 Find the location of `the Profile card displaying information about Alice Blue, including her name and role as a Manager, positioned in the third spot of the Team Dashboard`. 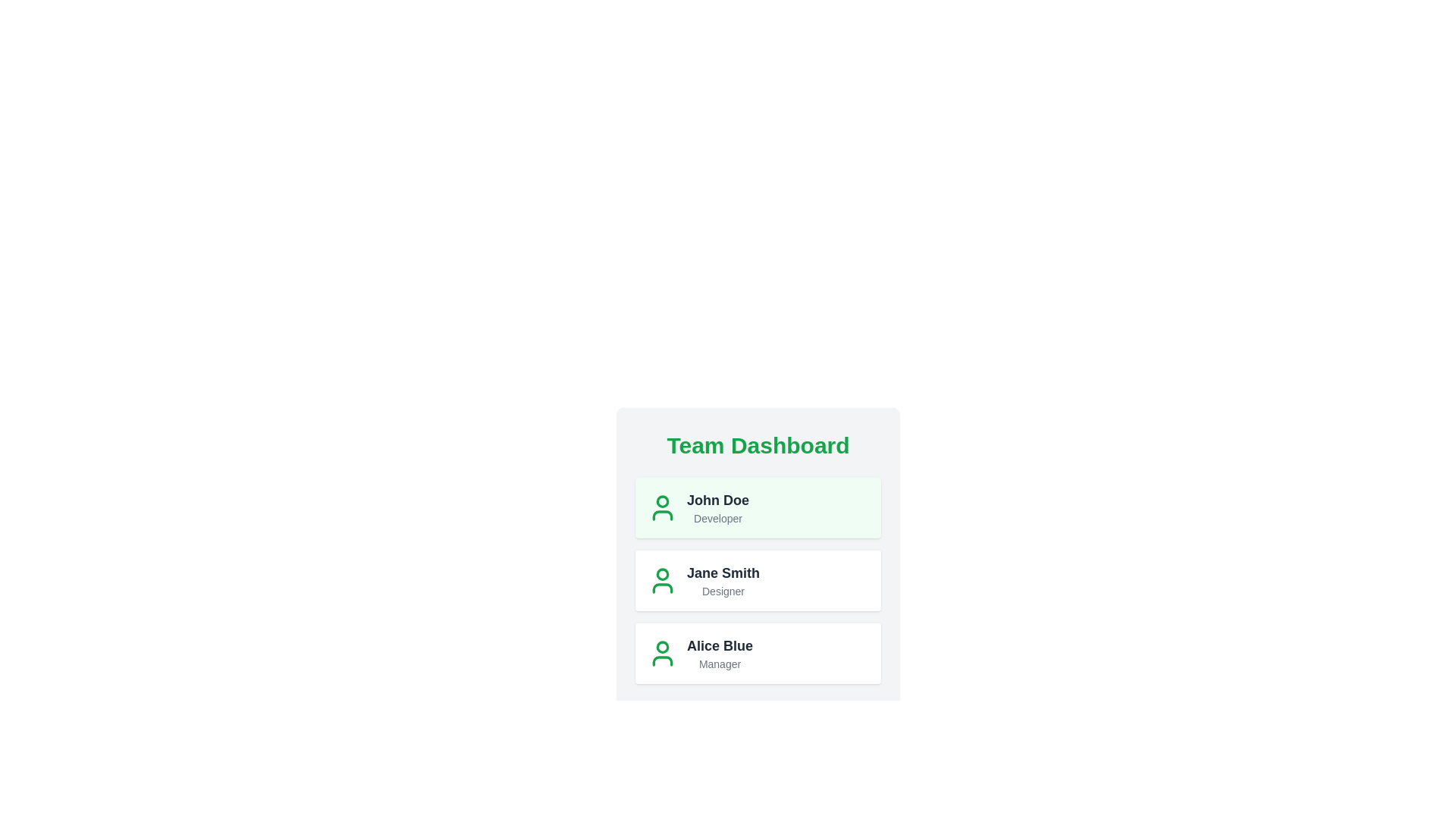

the Profile card displaying information about Alice Blue, including her name and role as a Manager, positioned in the third spot of the Team Dashboard is located at coordinates (758, 652).